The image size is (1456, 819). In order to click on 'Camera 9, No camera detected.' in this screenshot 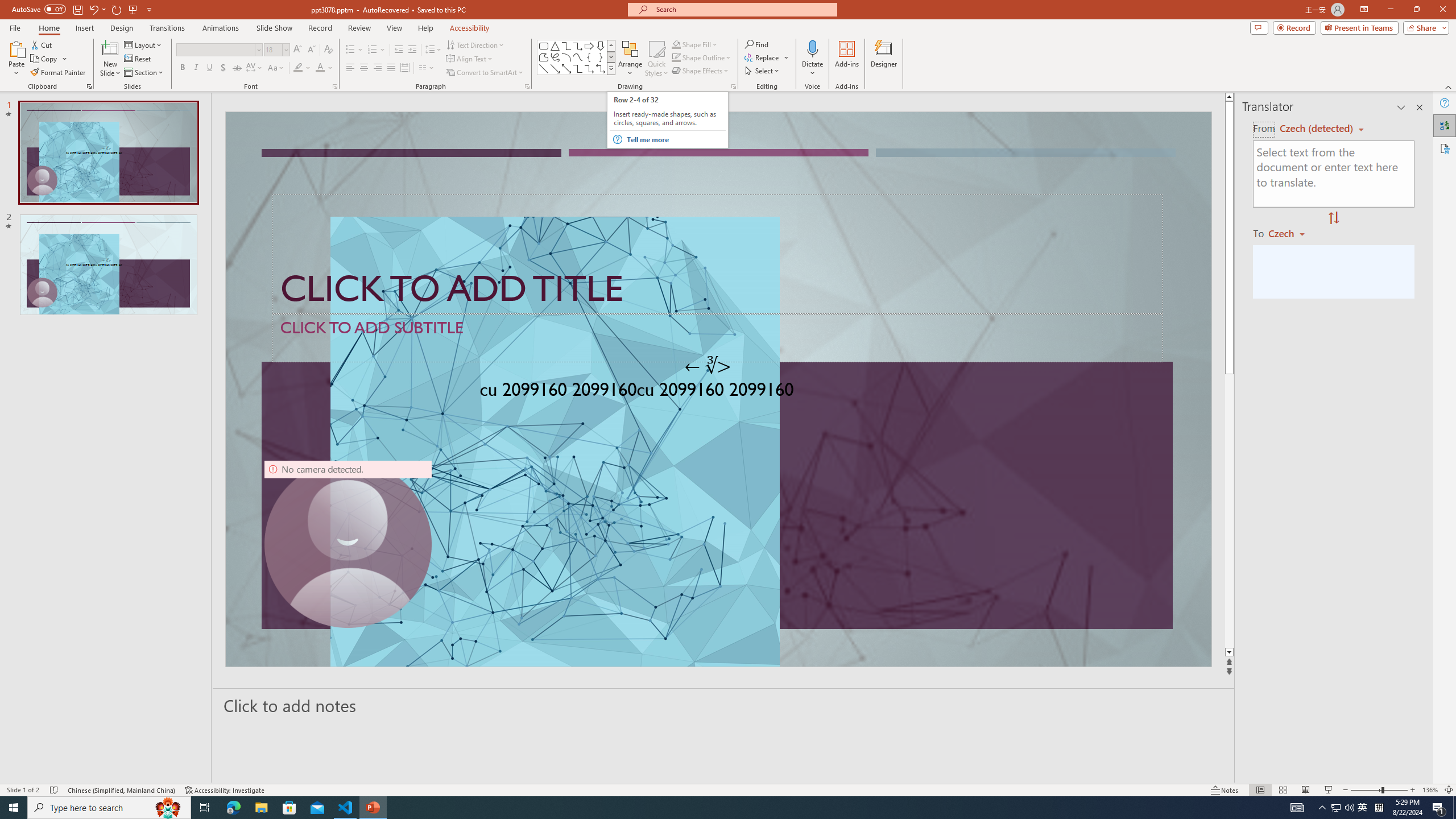, I will do `click(348, 543)`.